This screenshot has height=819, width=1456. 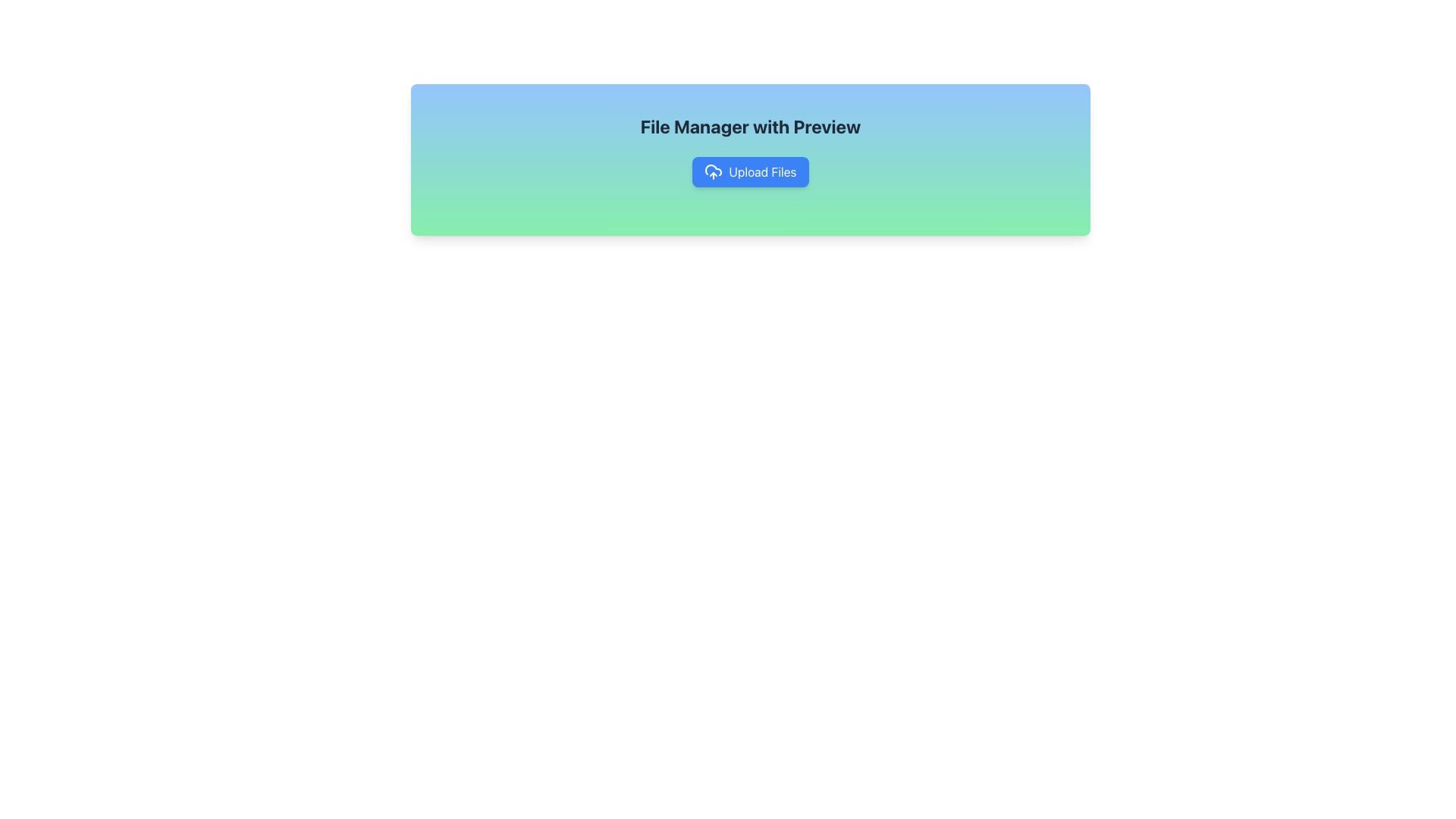 I want to click on the upload button in the header section of the file management interface, so click(x=750, y=160).